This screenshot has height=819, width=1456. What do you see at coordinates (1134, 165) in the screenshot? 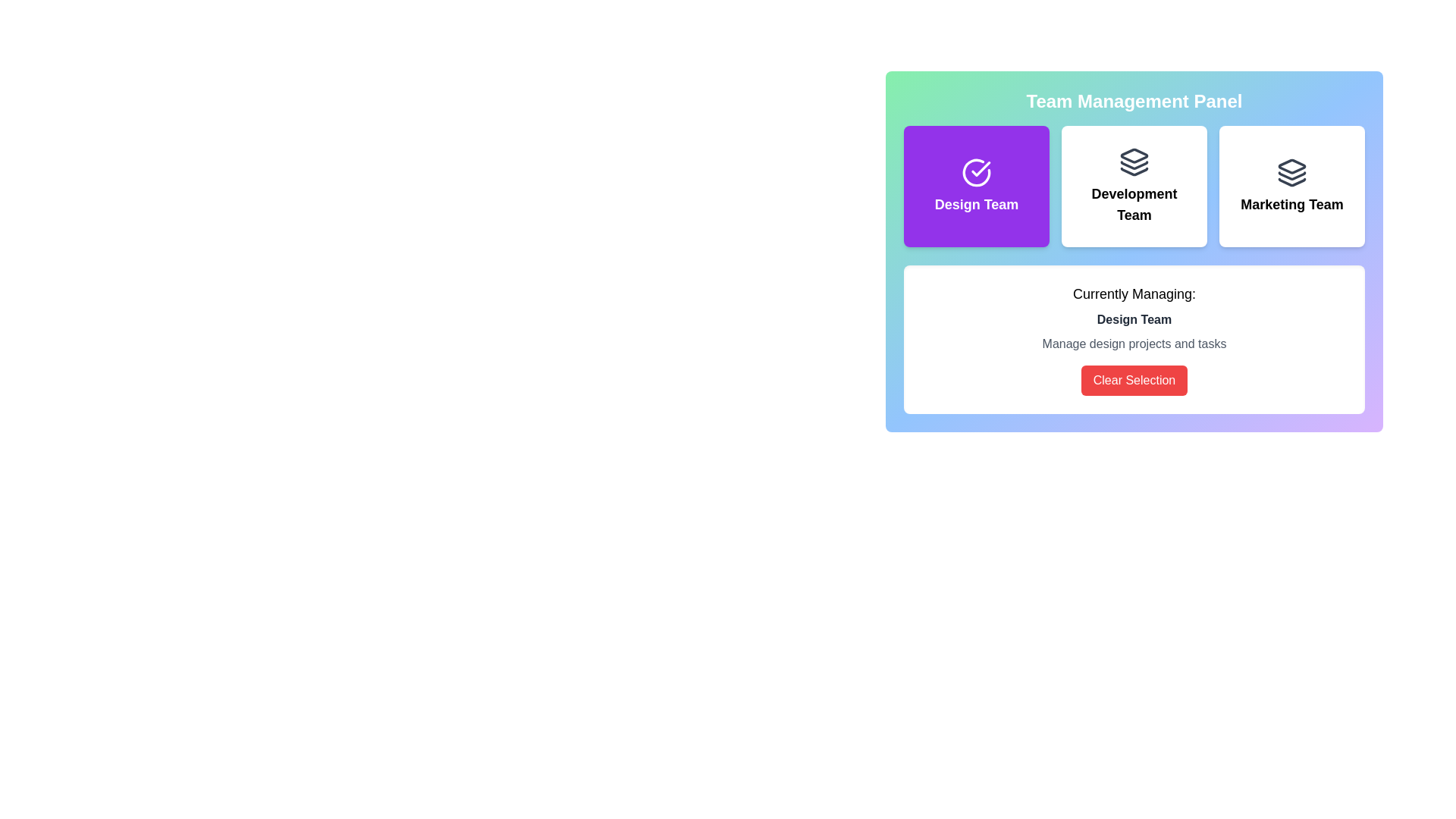
I see `the decorative graphic element in the SVG that represents layers or organization, located in the top-right section of the interface, above the text 'Development Team.'` at bounding box center [1134, 165].